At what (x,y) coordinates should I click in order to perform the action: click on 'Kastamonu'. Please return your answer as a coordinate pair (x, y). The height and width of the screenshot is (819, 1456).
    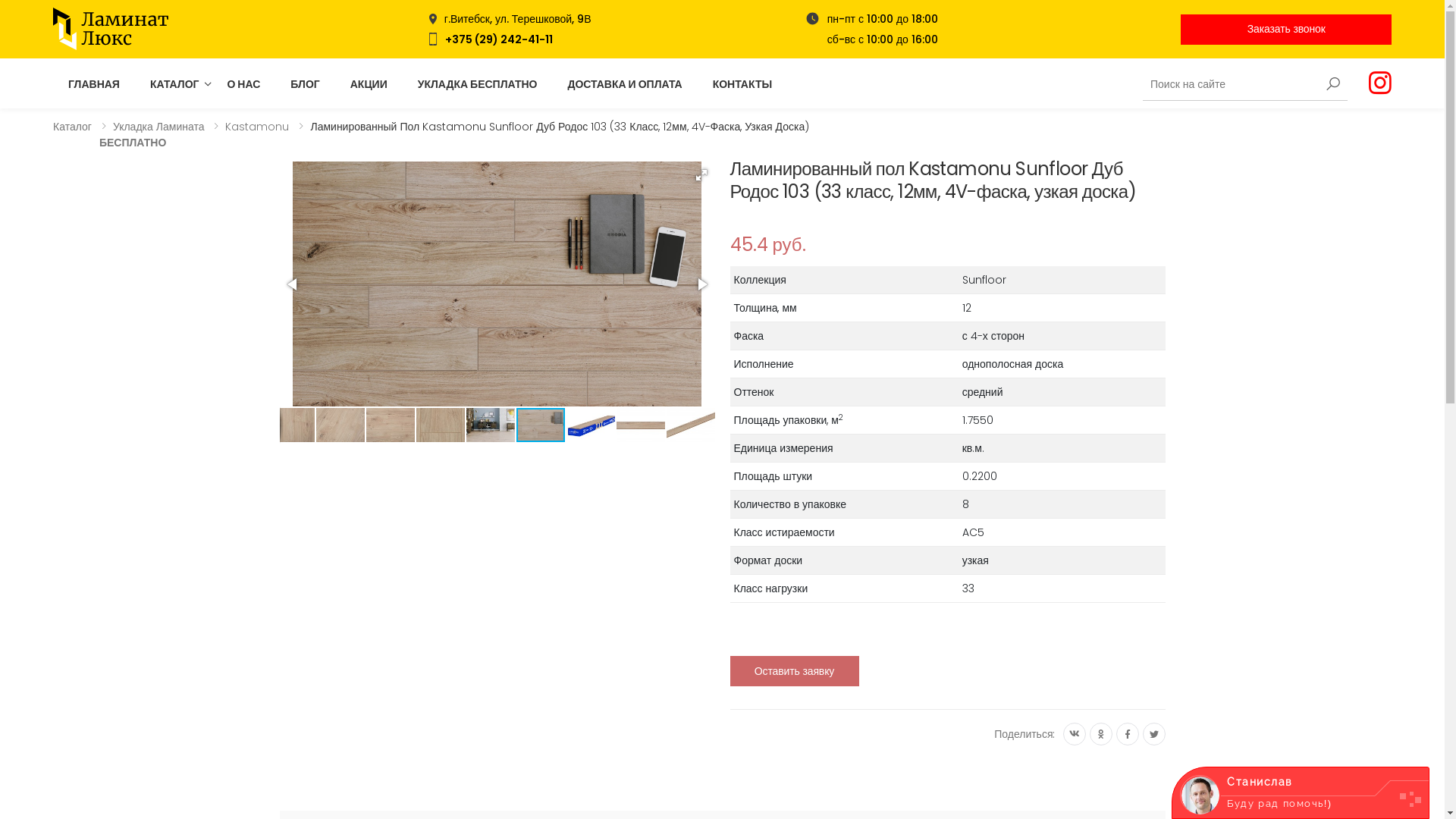
    Looking at the image, I should click on (257, 125).